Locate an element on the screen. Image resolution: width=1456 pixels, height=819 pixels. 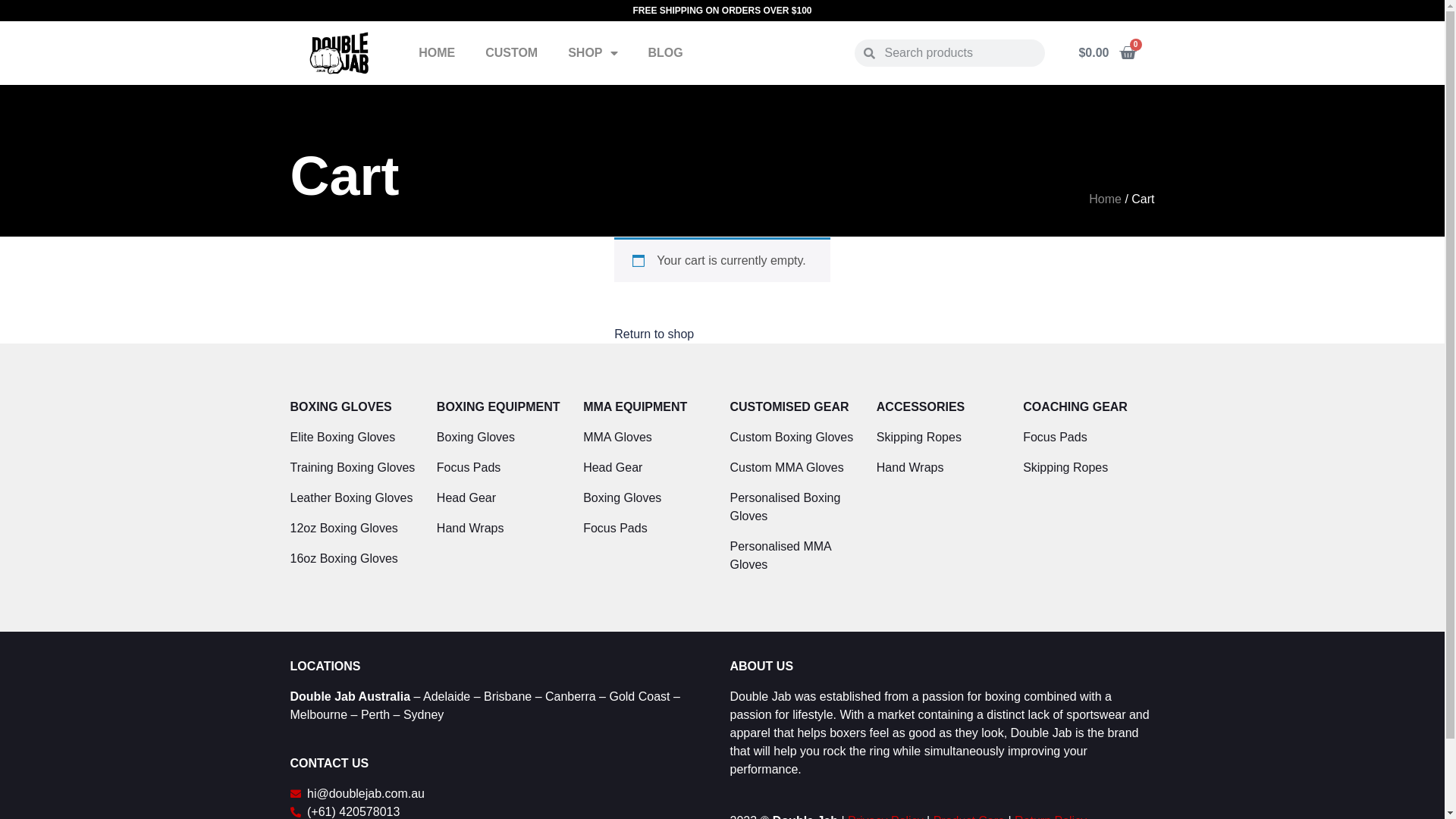
'Personalised Boxing Gloves' is located at coordinates (794, 507).